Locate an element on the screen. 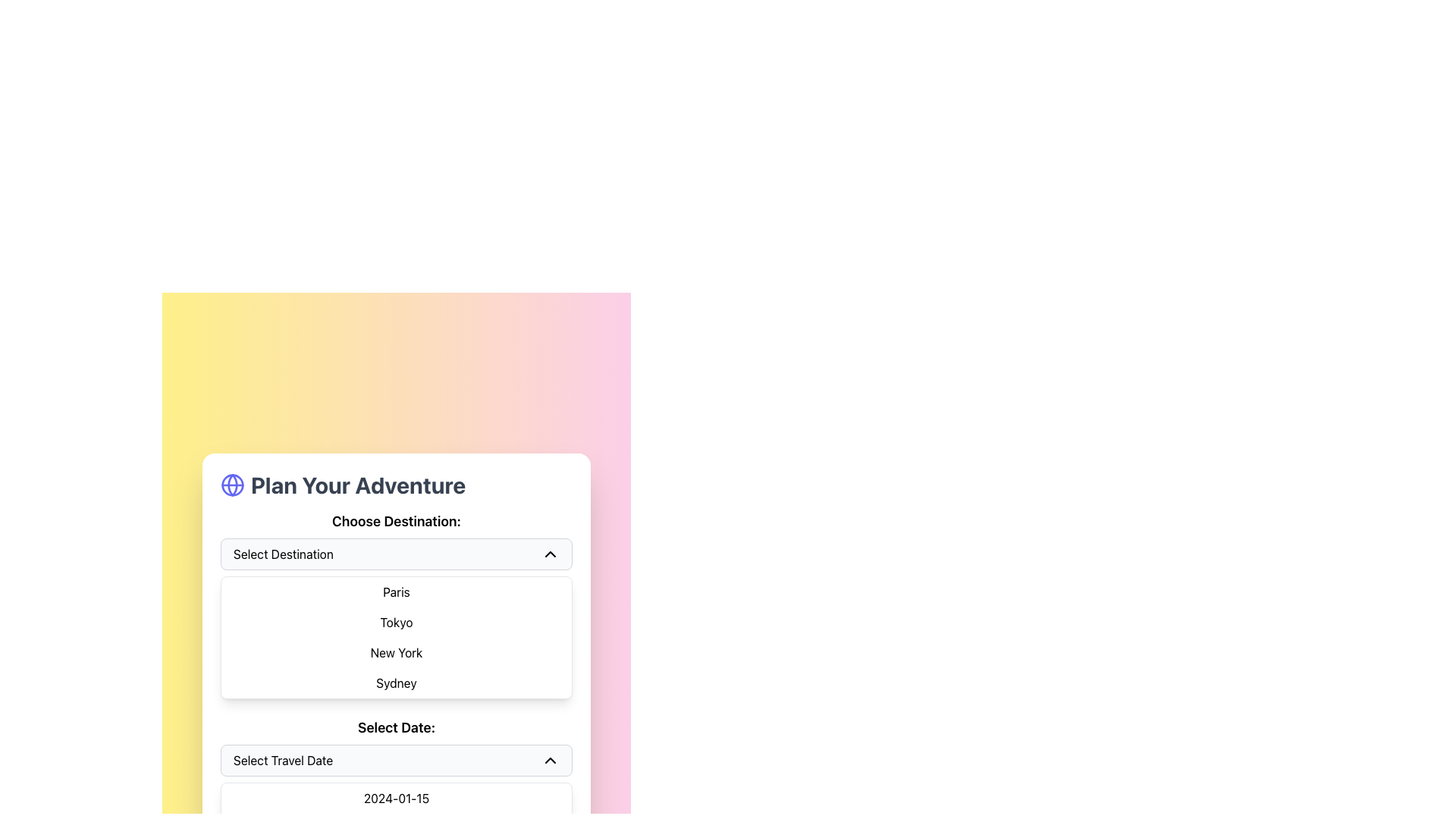  the first selectable date option '2024-01-15' in the date selection interface, which is positioned directly below the 'Select Travel Date' dropdown is located at coordinates (397, 798).